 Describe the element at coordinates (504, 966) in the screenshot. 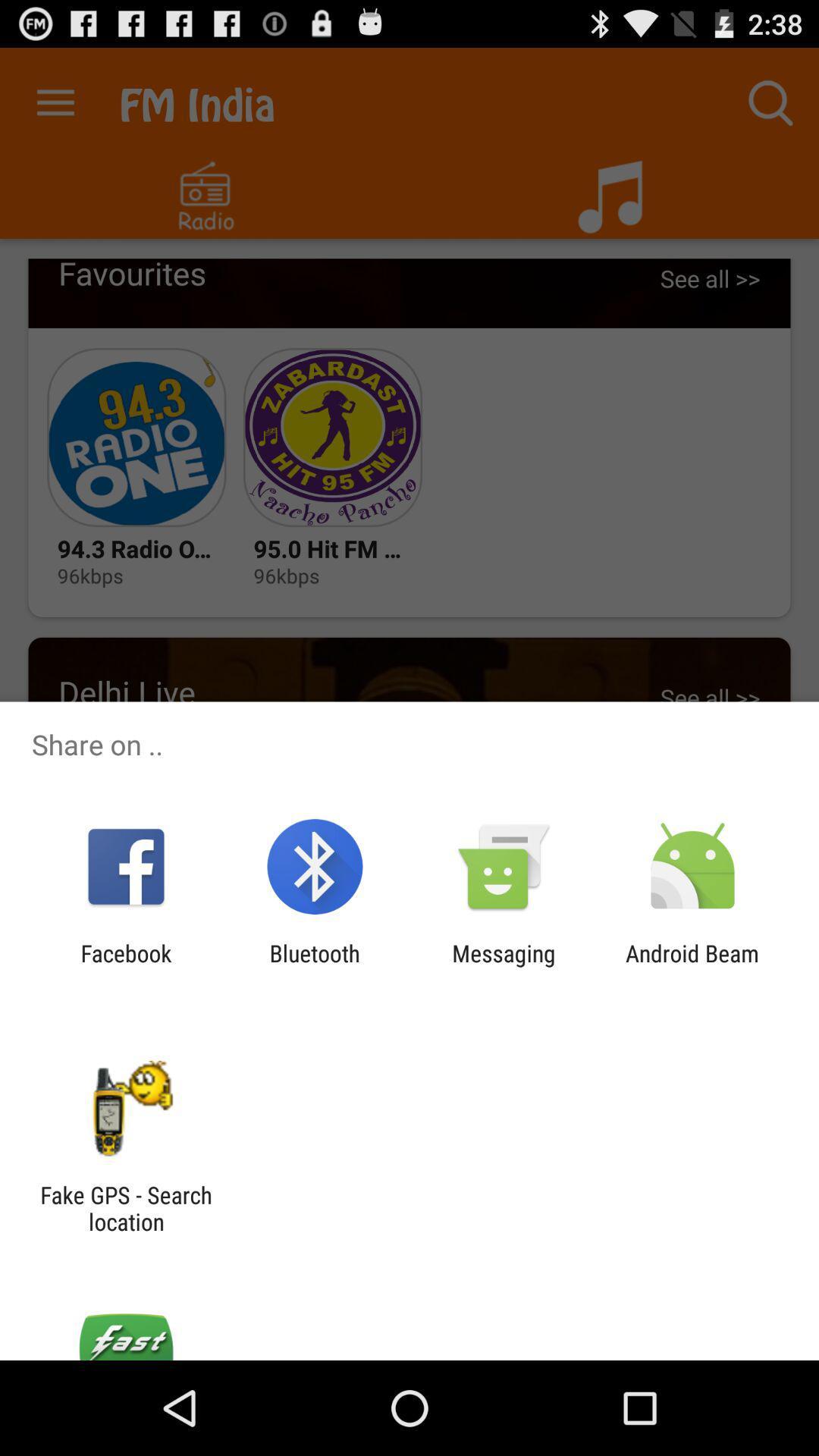

I see `app next to the android beam item` at that location.